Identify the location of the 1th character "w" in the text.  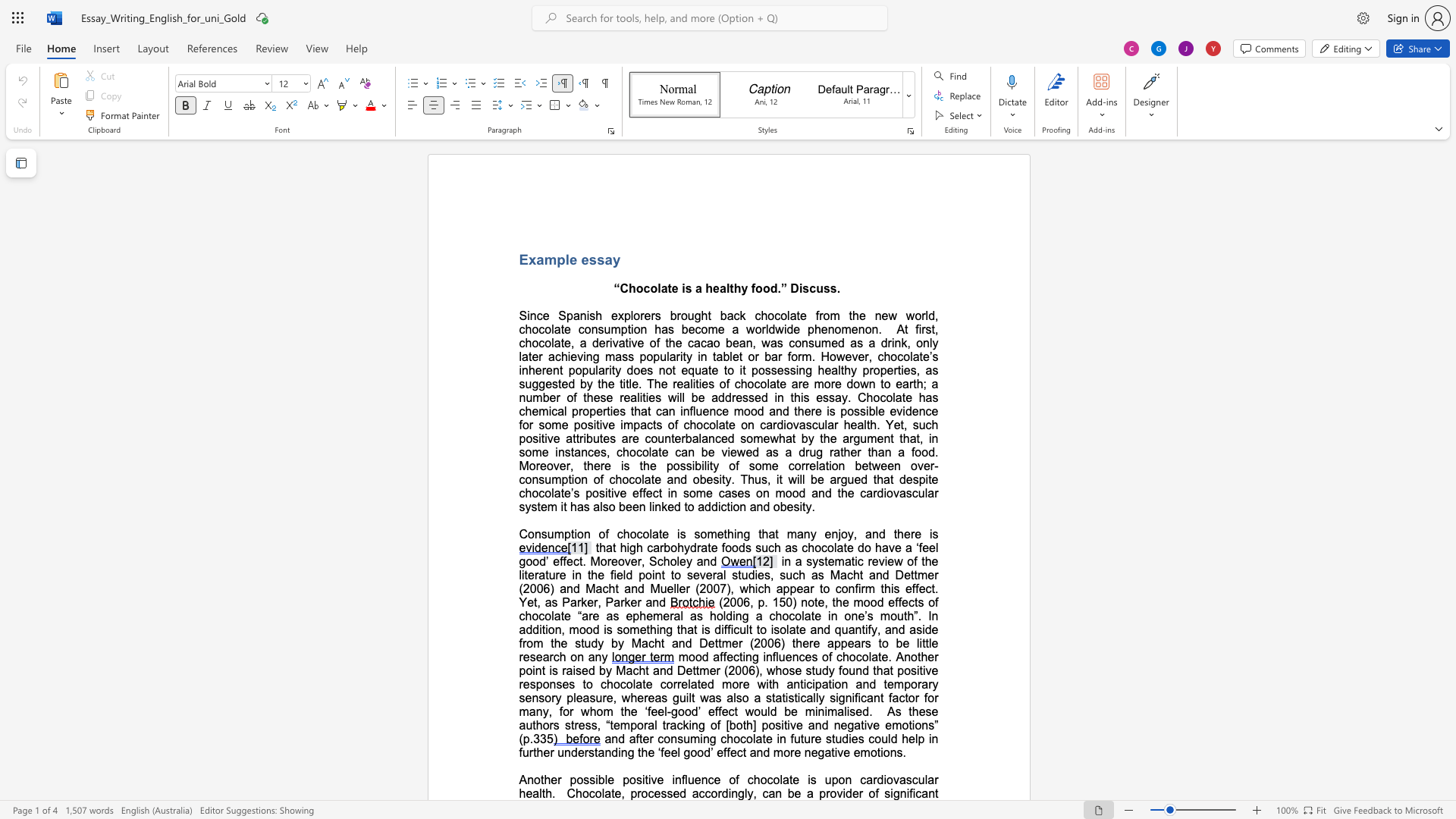
(774, 438).